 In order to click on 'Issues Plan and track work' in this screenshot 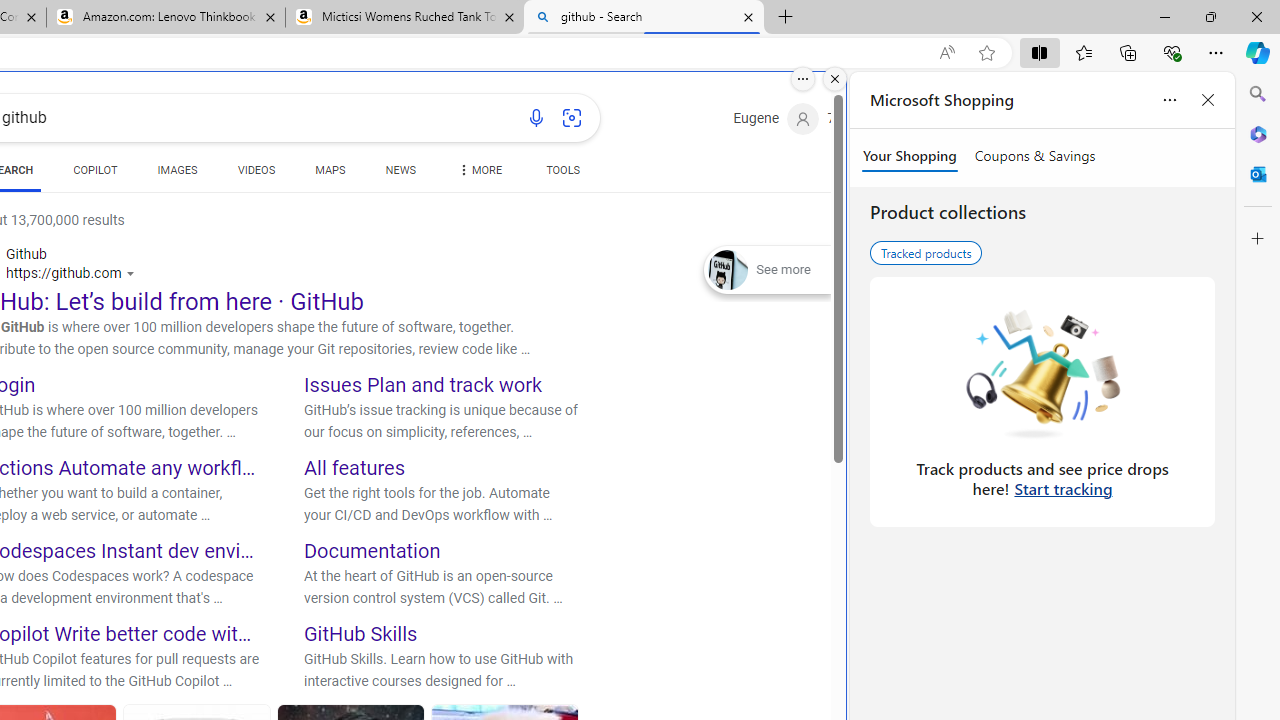, I will do `click(422, 384)`.